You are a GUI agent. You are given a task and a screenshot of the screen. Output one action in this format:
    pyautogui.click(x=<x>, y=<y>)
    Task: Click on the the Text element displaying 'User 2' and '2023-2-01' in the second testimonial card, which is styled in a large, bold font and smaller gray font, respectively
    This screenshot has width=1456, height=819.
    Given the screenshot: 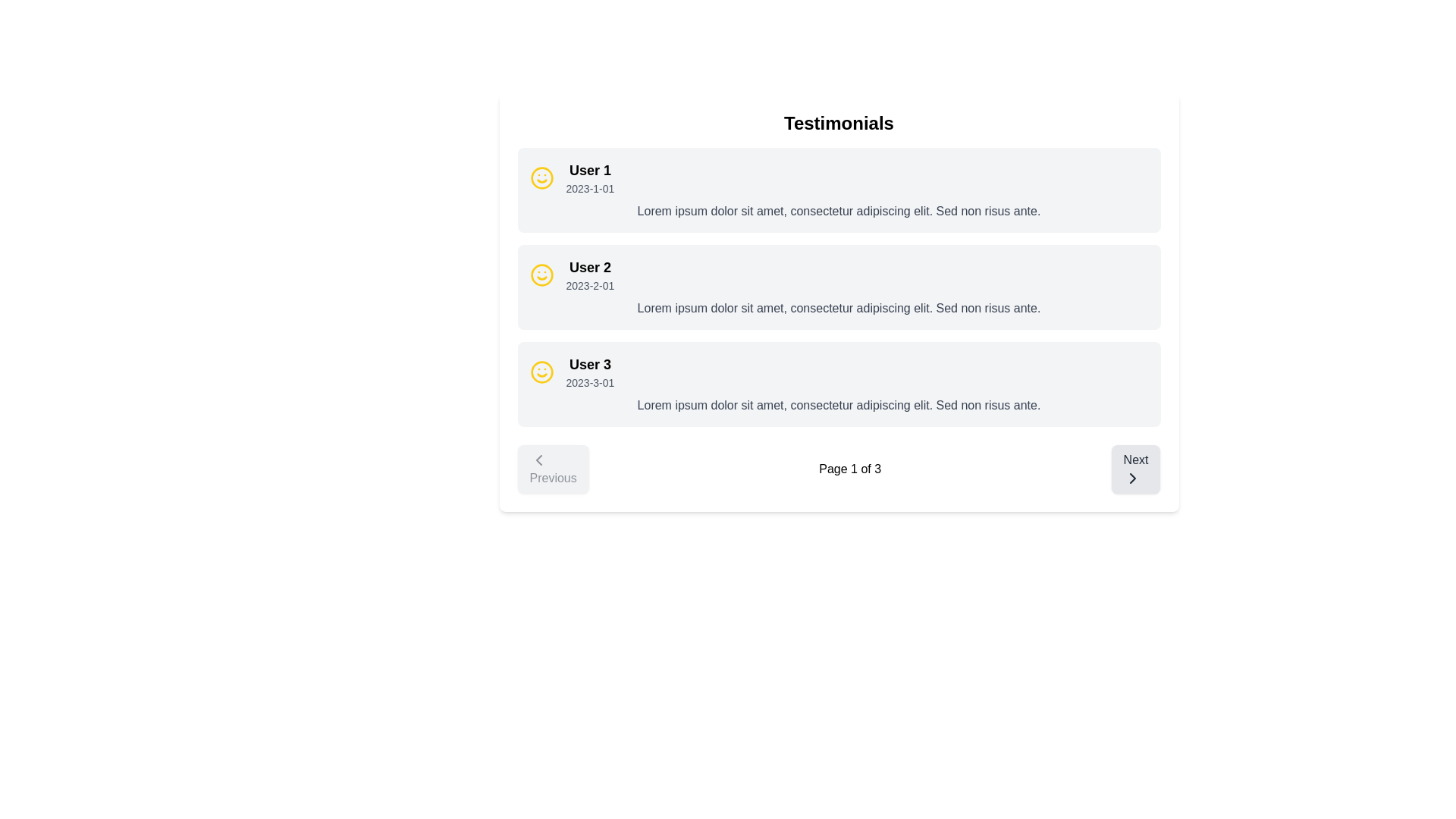 What is the action you would take?
    pyautogui.click(x=589, y=275)
    